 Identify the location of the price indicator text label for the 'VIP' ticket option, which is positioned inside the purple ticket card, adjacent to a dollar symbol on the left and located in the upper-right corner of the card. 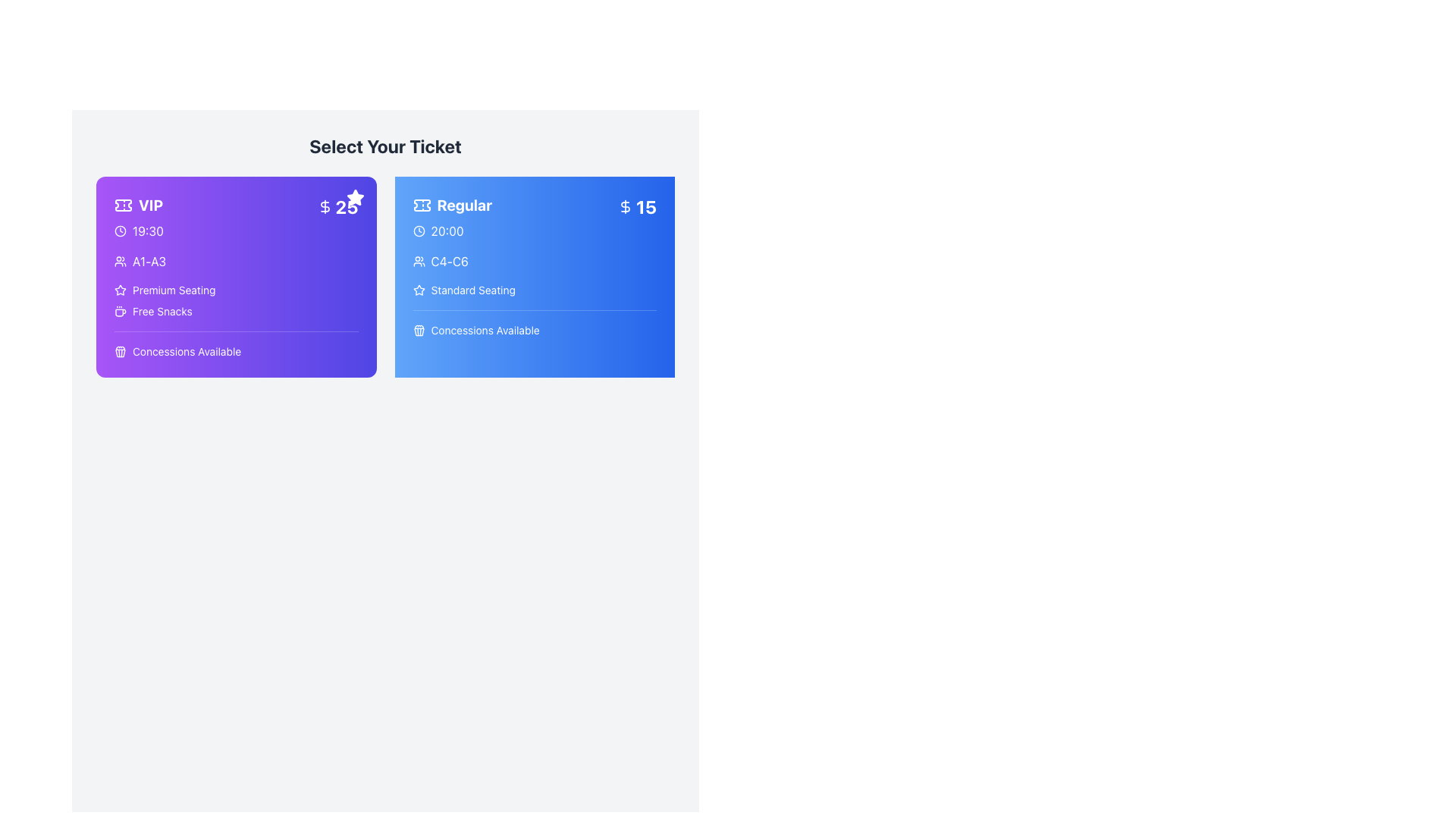
(346, 207).